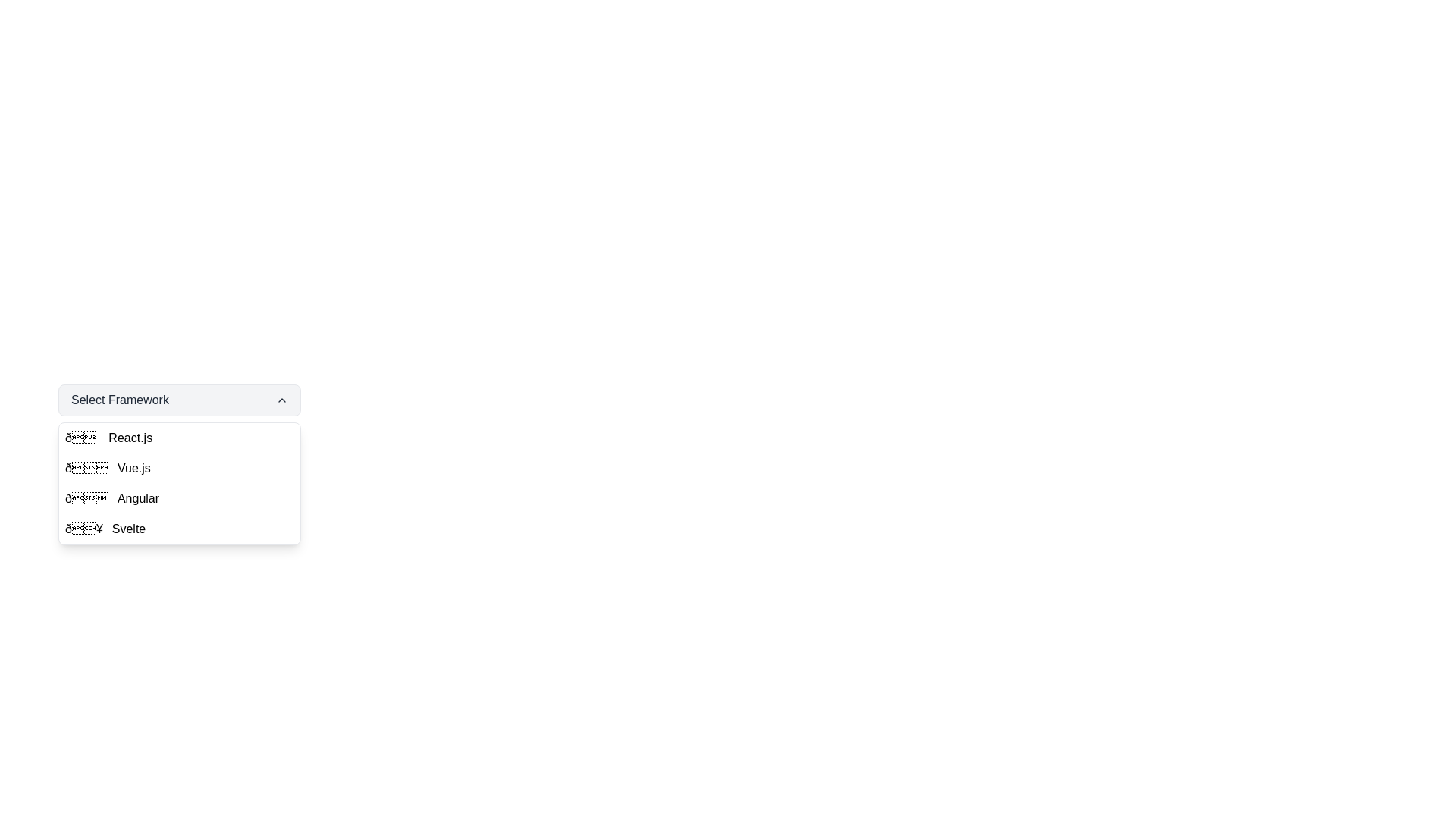 The width and height of the screenshot is (1456, 819). I want to click on the book icon located within the 'Angular' menu item, positioned to the left of the text 'Angular', so click(86, 499).